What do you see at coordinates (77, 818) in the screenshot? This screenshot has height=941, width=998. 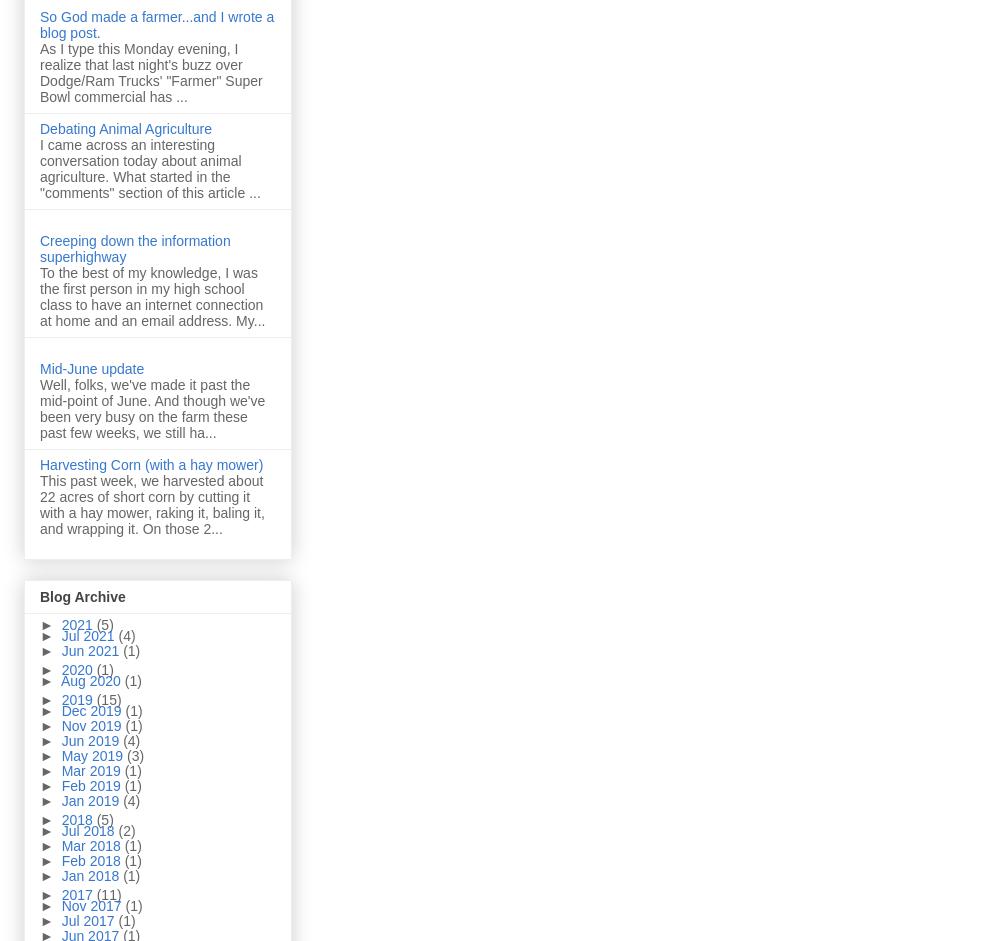 I see `'2018'` at bounding box center [77, 818].